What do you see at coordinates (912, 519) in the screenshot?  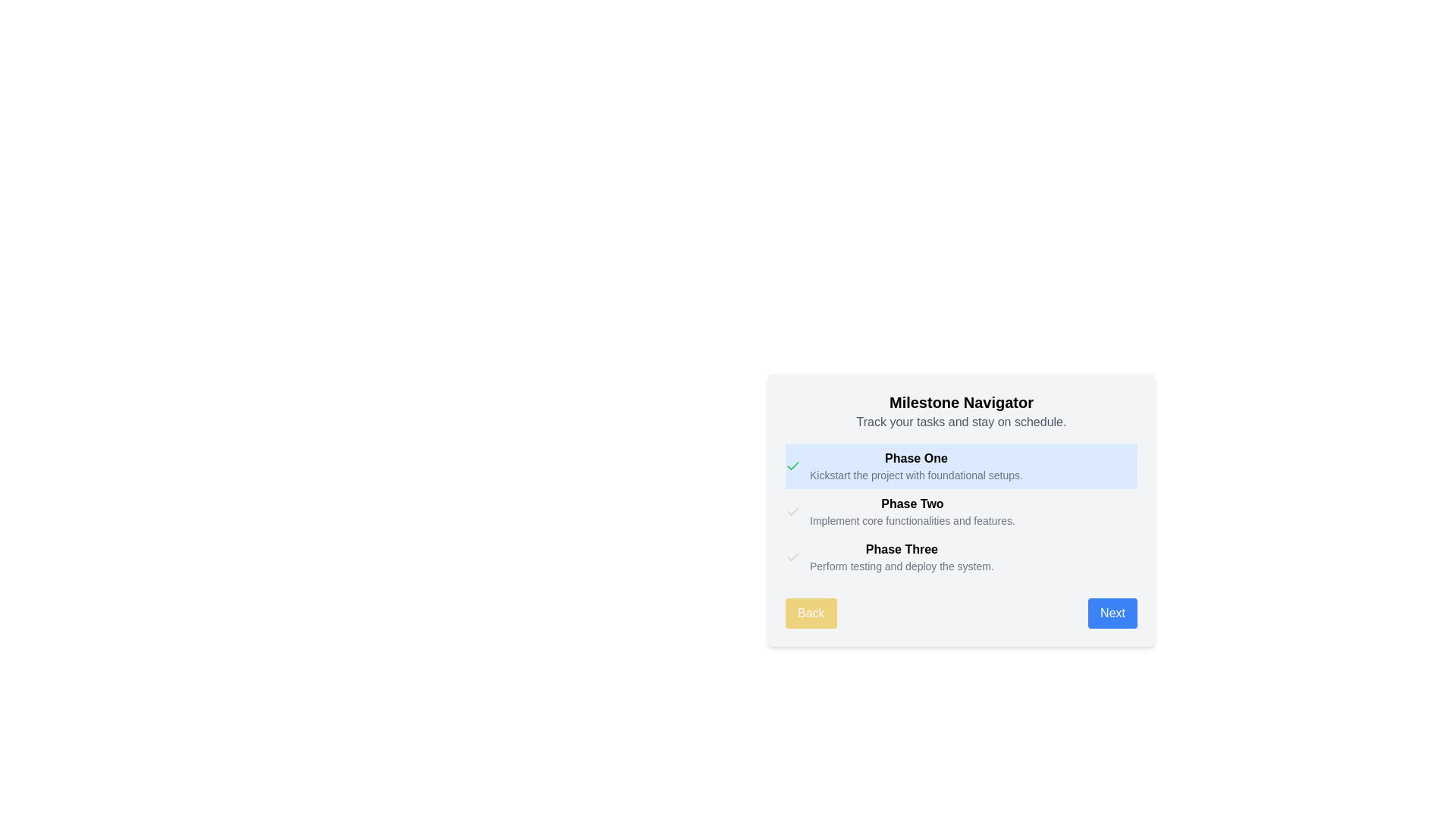 I see `the small, gray text reading 'Implement core functionalities and features' located beneath the 'Phase Two' heading` at bounding box center [912, 519].